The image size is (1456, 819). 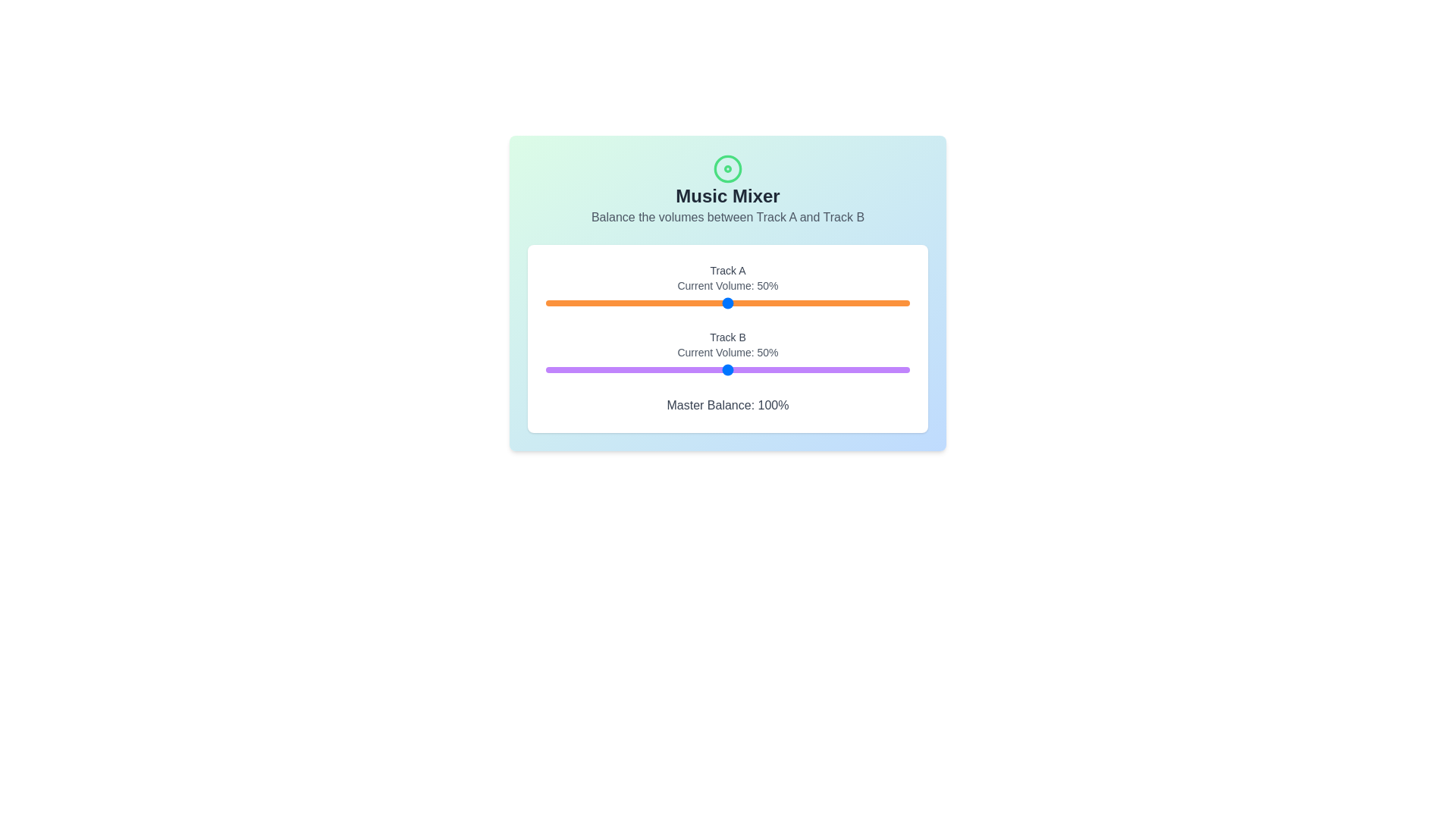 What do you see at coordinates (655, 303) in the screenshot?
I see `the volume for Track A to 30% by interacting with the slider` at bounding box center [655, 303].